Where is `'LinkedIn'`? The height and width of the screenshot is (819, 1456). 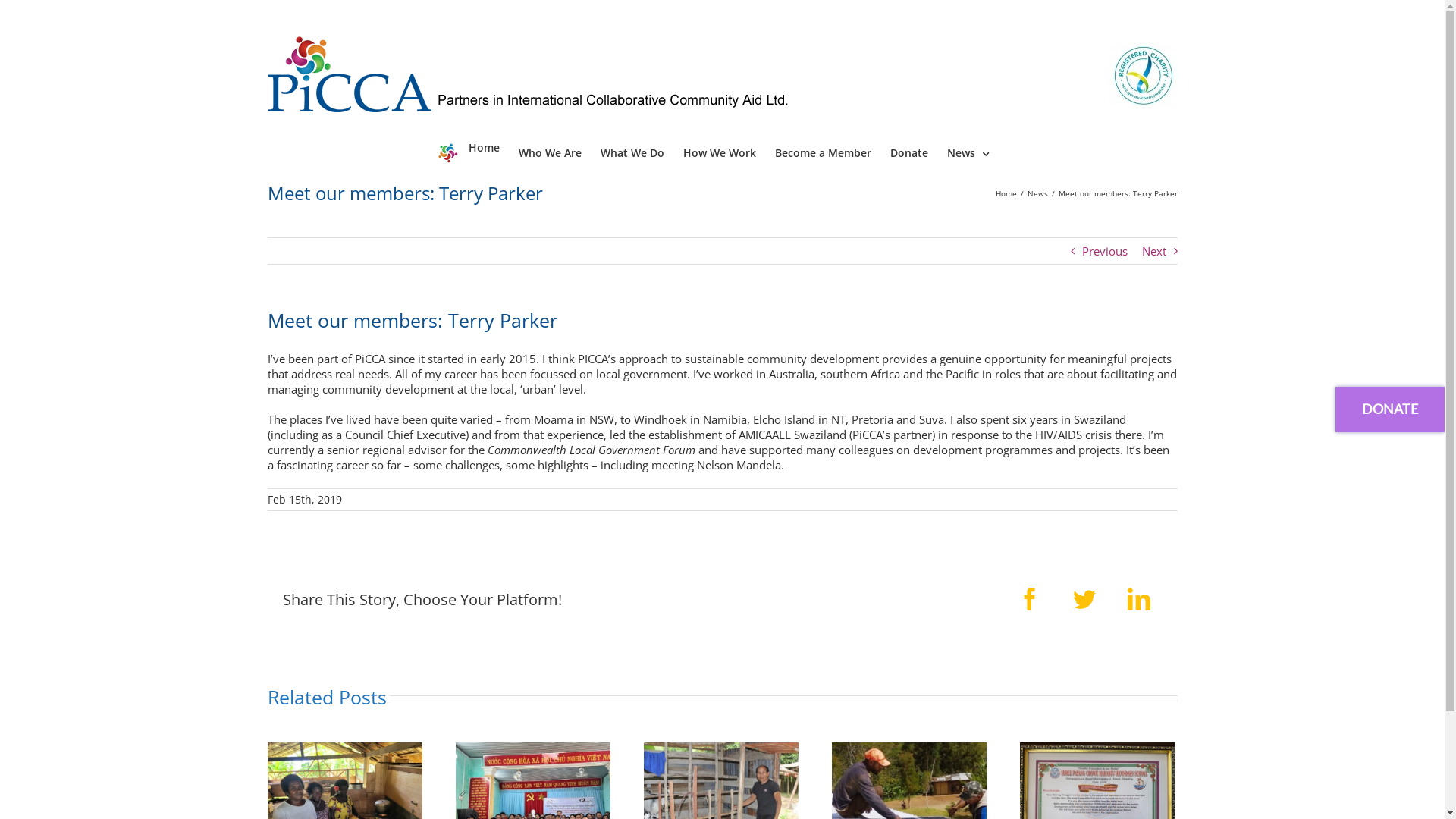 'LinkedIn' is located at coordinates (1138, 598).